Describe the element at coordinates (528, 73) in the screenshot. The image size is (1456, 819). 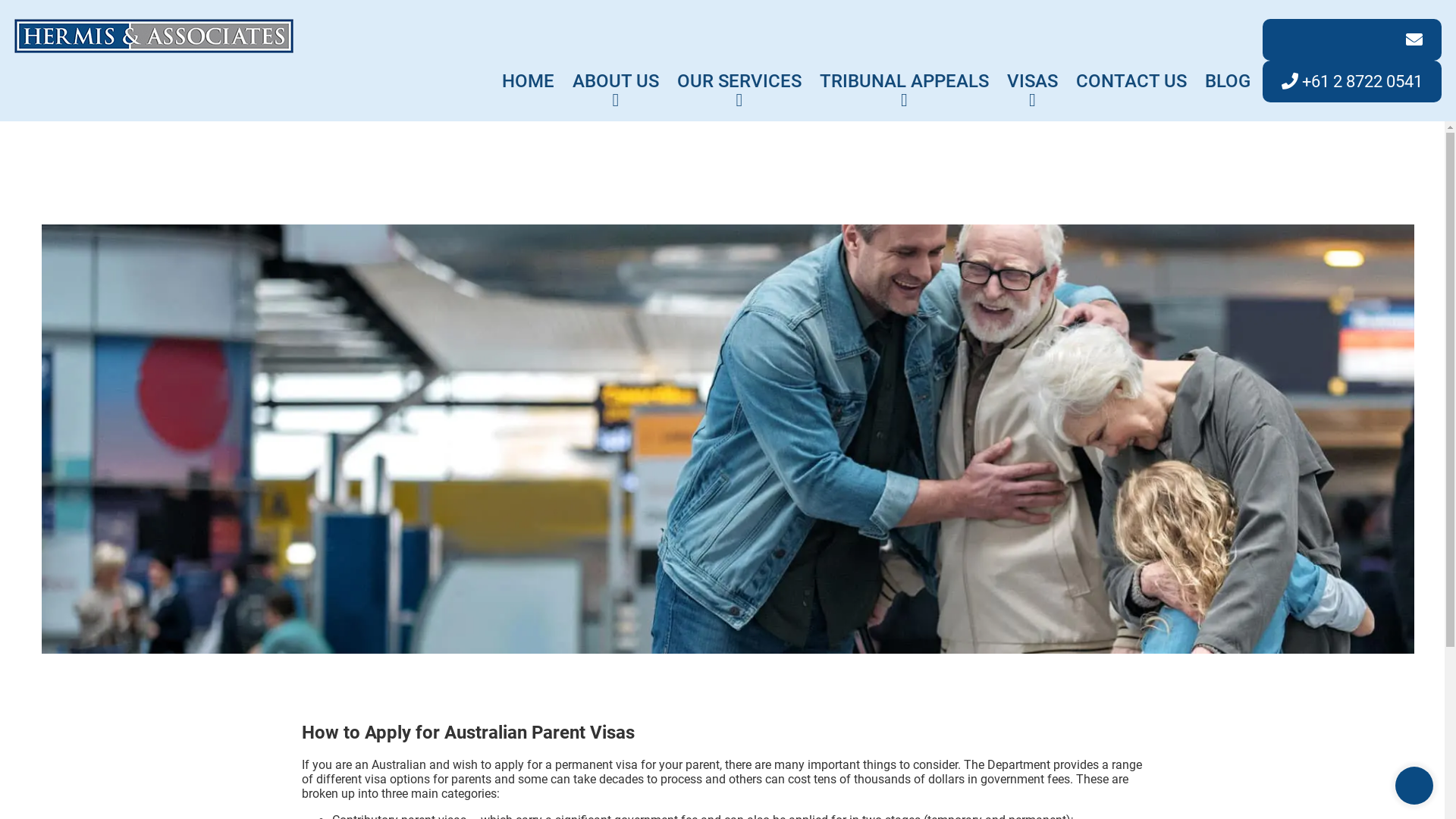
I see `'HOME'` at that location.